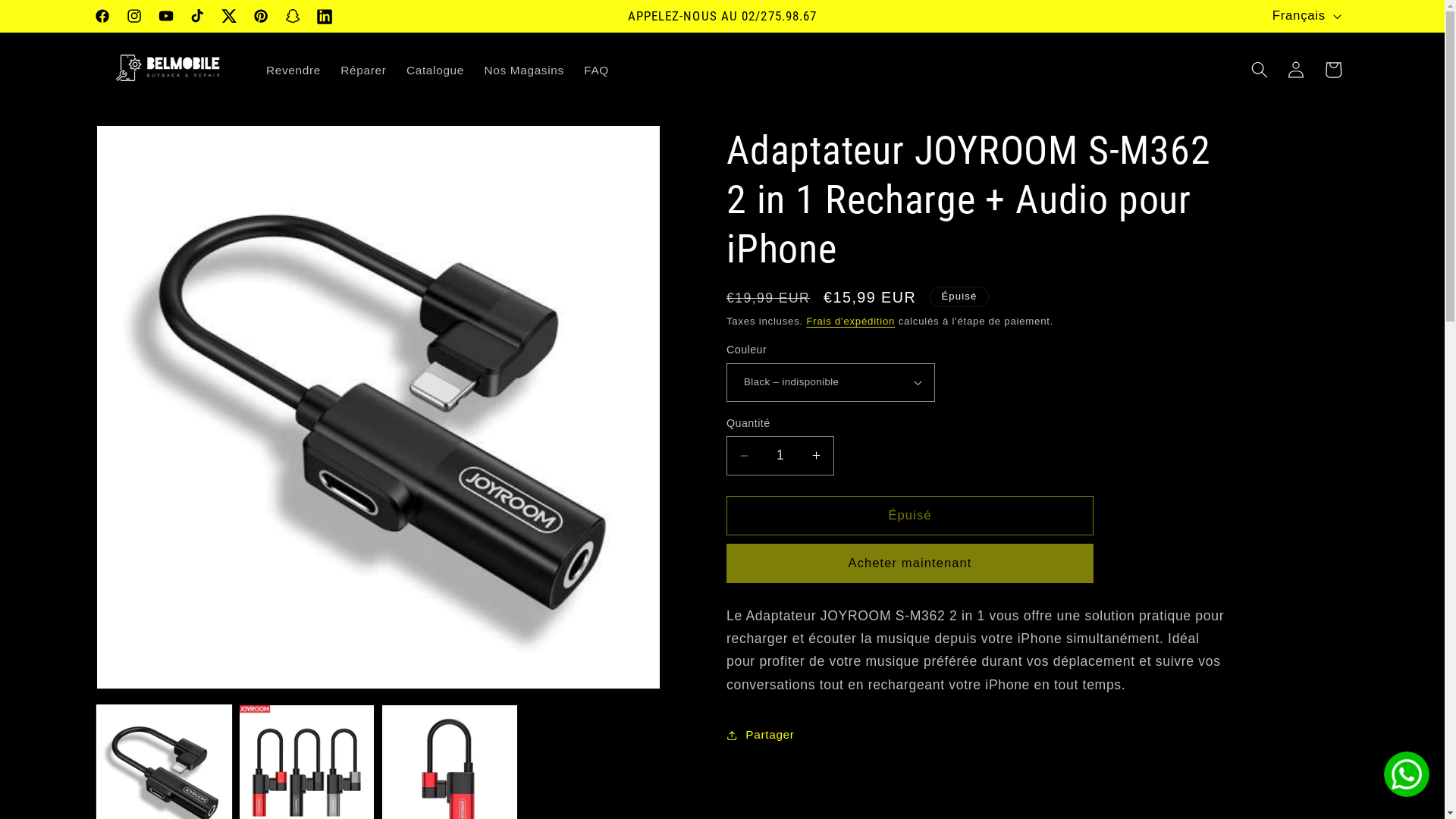 The image size is (1456, 819). I want to click on 'Passer aux informations produits', so click(146, 145).